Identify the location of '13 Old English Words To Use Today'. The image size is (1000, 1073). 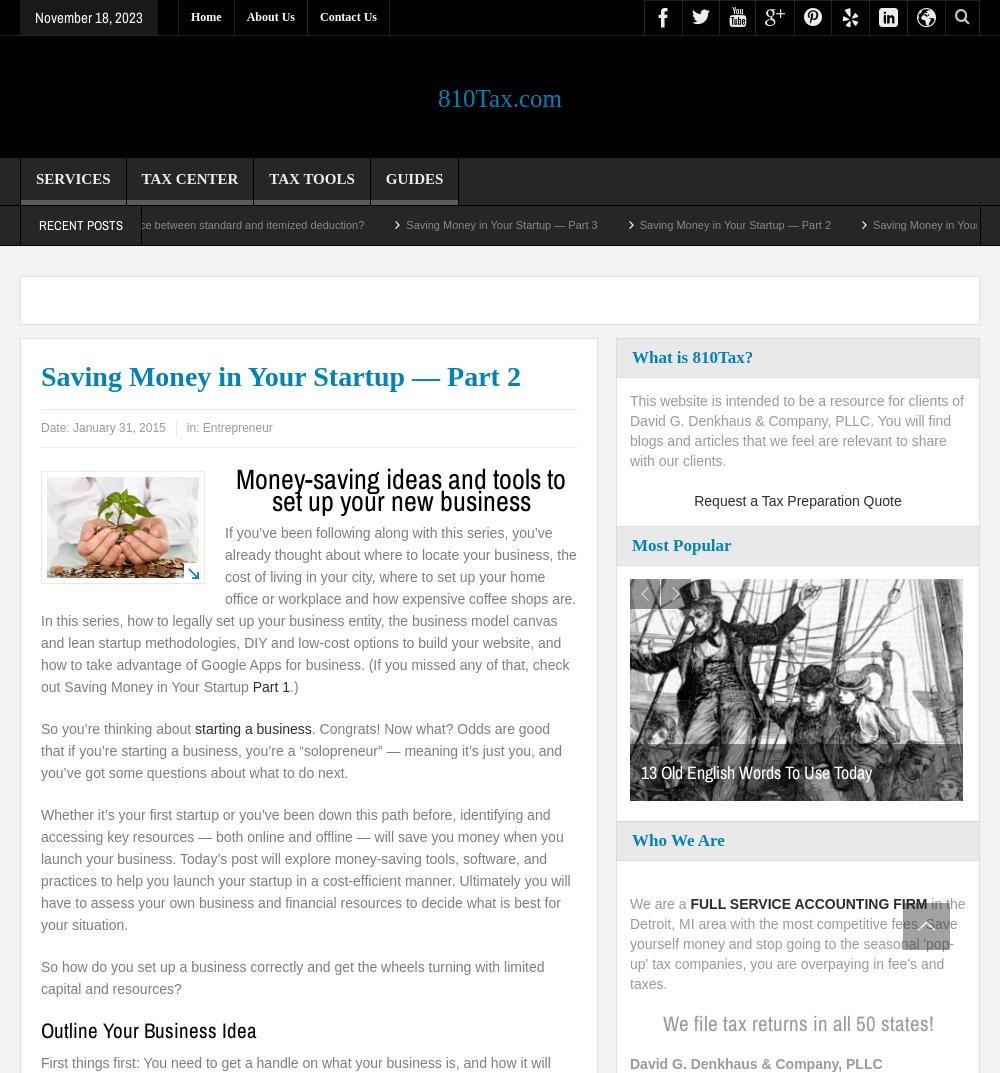
(756, 777).